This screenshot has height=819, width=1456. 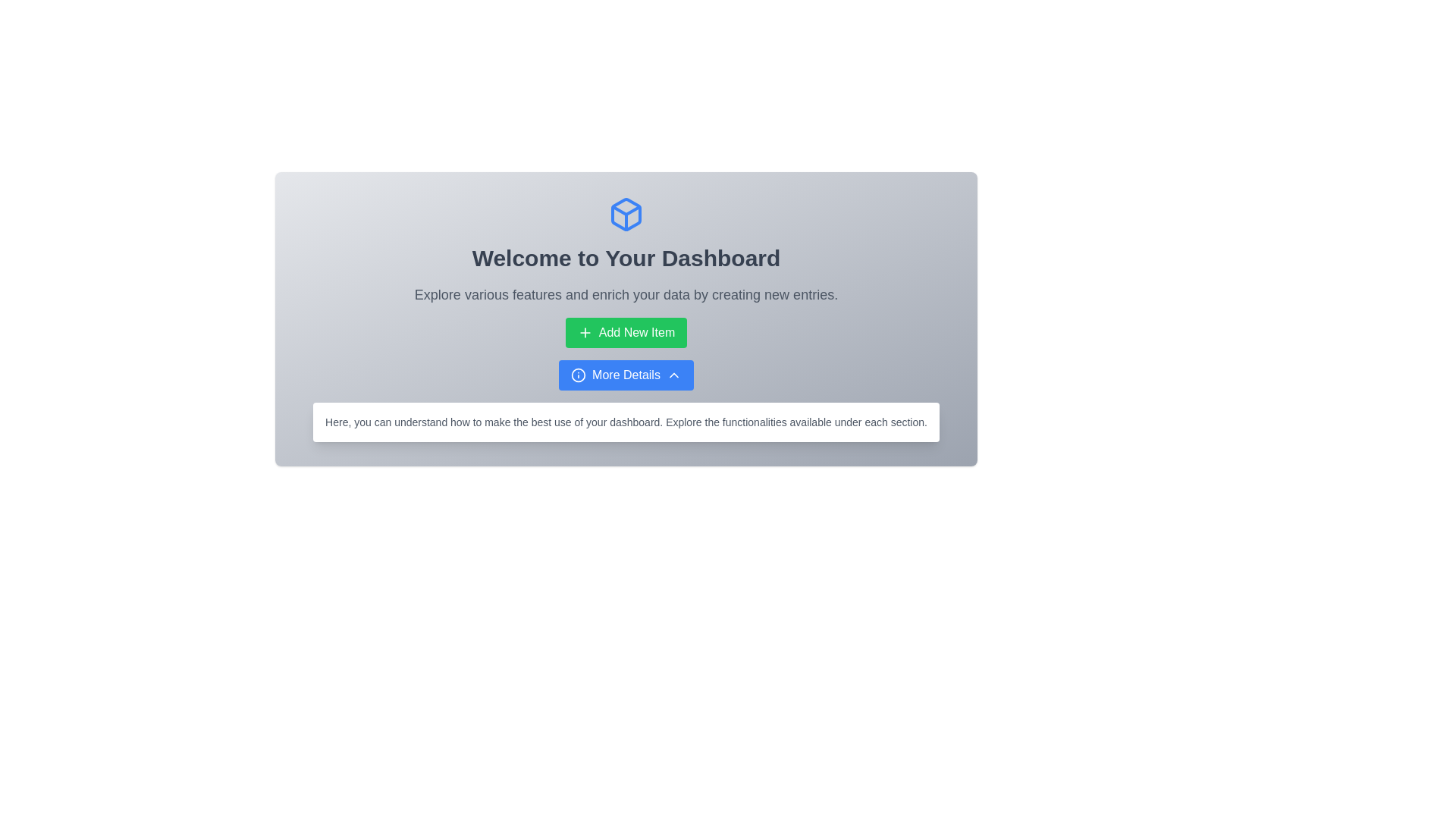 What do you see at coordinates (626, 318) in the screenshot?
I see `the green button labeled 'Add New Item'` at bounding box center [626, 318].